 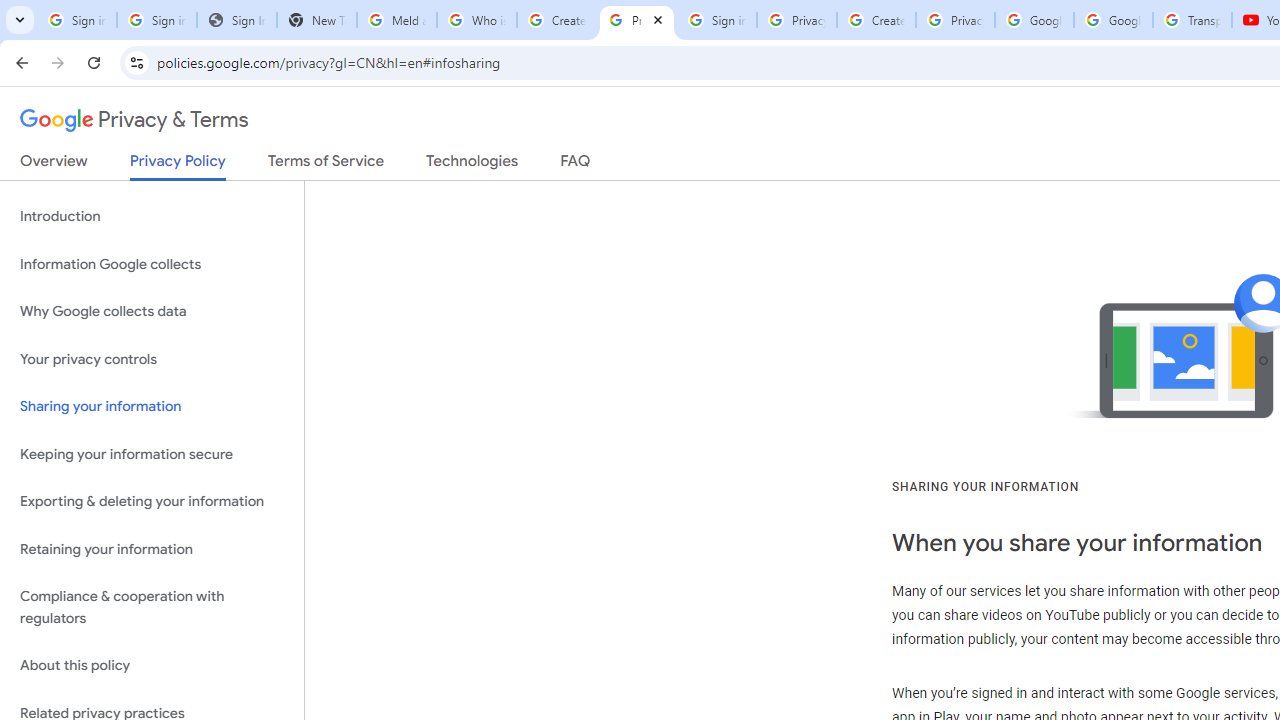 I want to click on 'Sign in - Google Accounts', so click(x=716, y=20).